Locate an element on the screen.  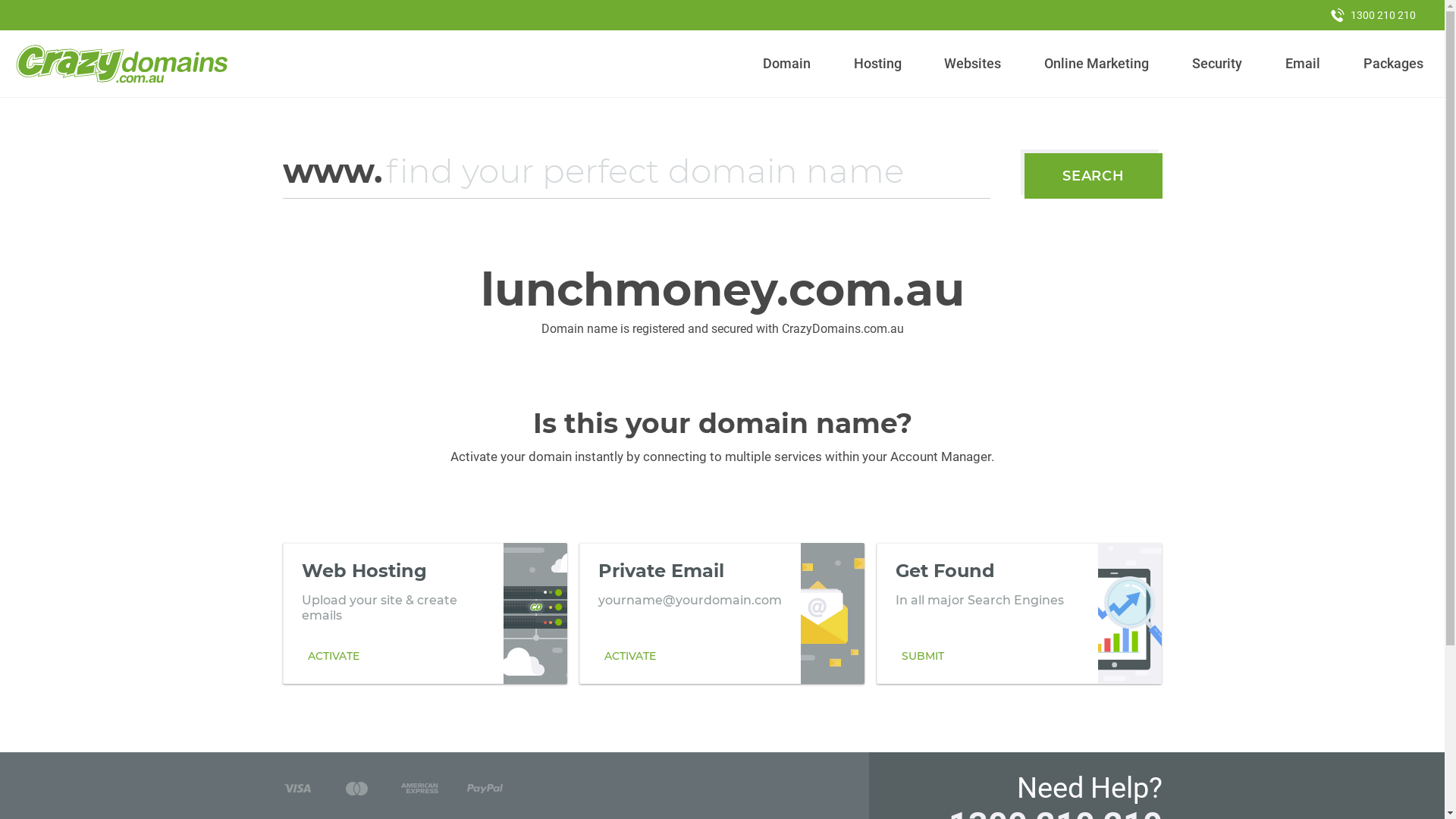
'Security' is located at coordinates (1217, 63).